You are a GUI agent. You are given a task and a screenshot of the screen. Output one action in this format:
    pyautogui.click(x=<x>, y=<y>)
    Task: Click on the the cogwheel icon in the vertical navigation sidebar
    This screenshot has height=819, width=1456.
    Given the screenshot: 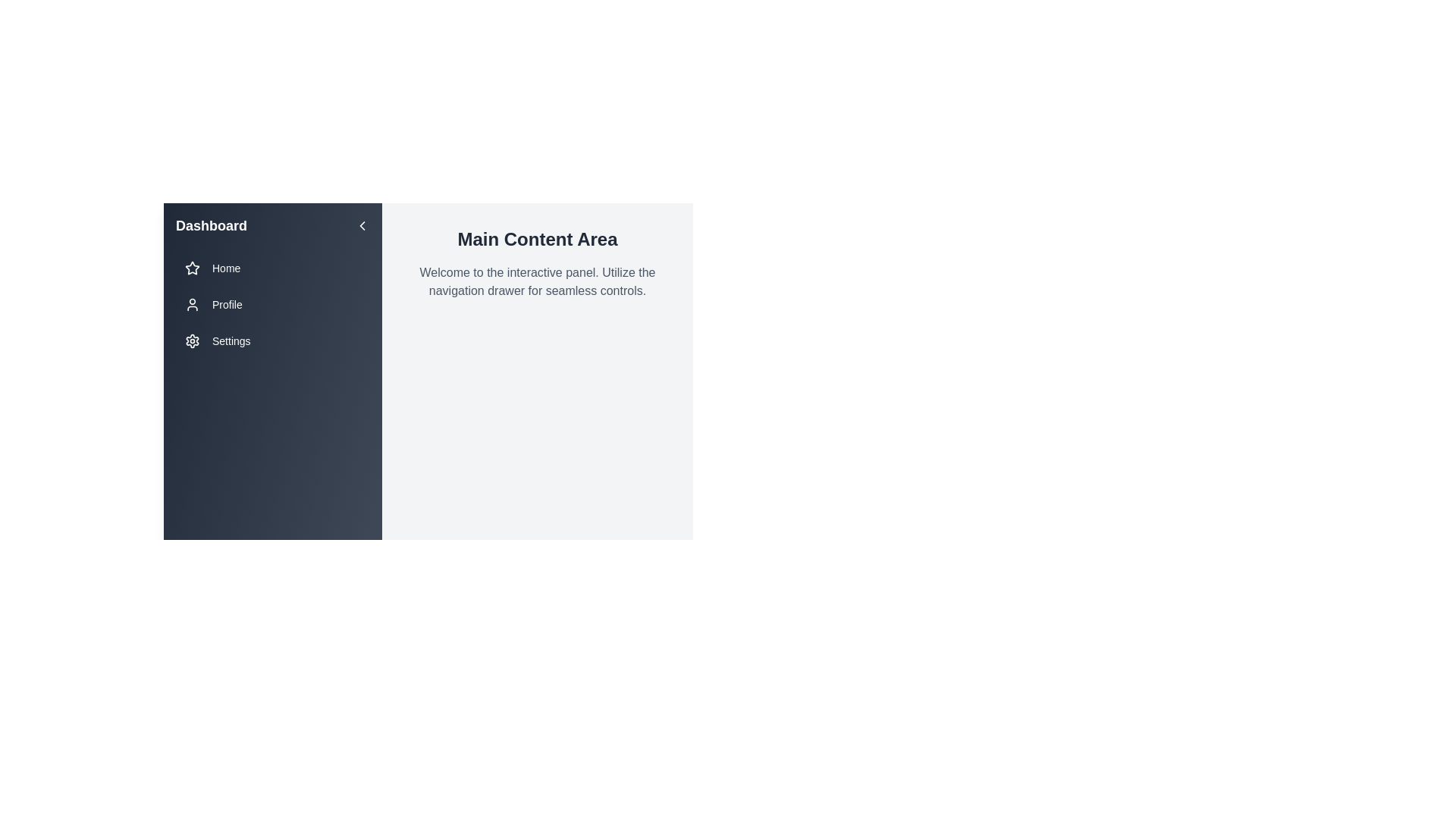 What is the action you would take?
    pyautogui.click(x=192, y=341)
    